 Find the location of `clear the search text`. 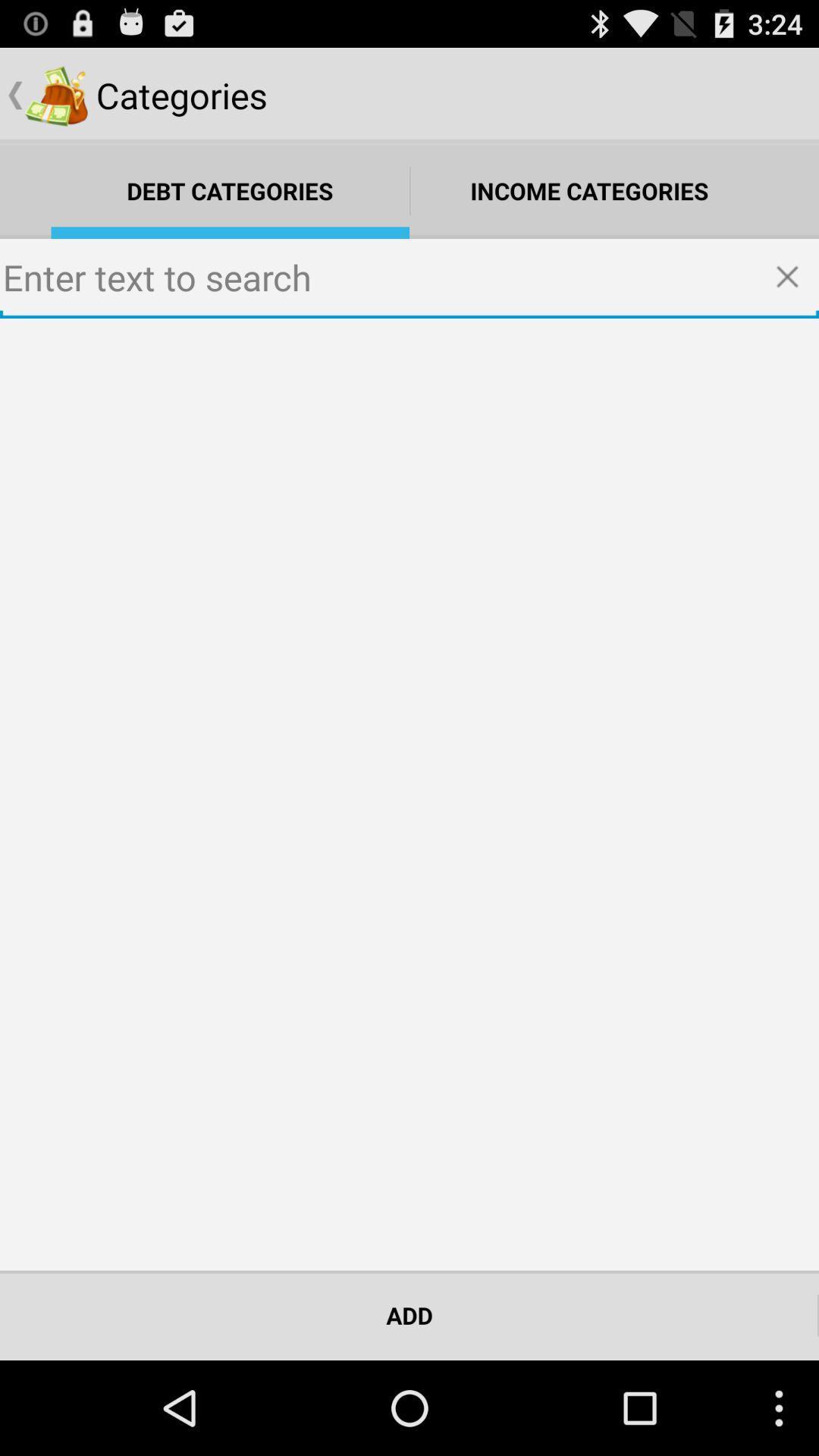

clear the search text is located at coordinates (792, 278).